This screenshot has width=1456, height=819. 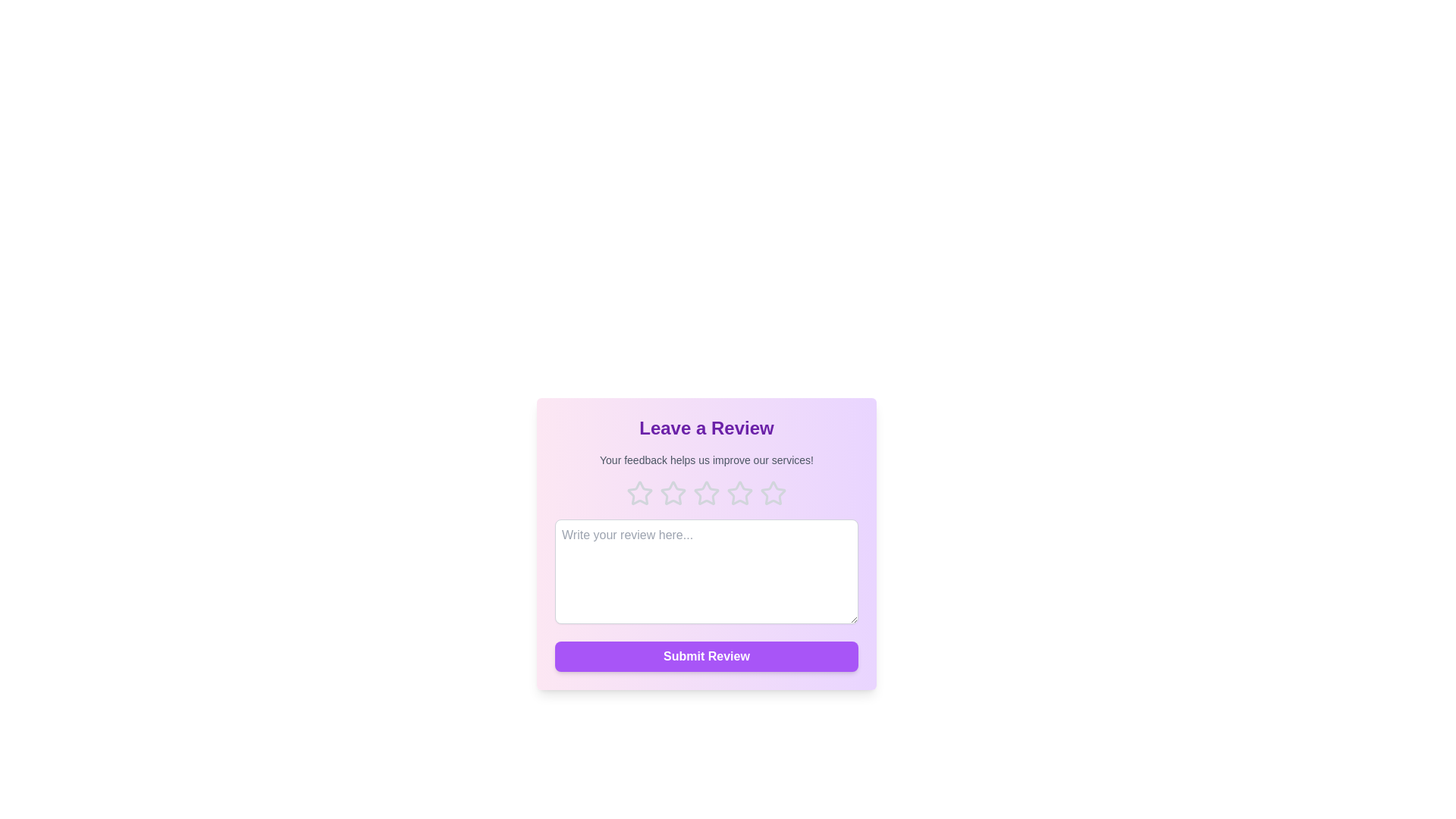 What do you see at coordinates (773, 494) in the screenshot?
I see `the rating to 5 stars by clicking on the corresponding star` at bounding box center [773, 494].